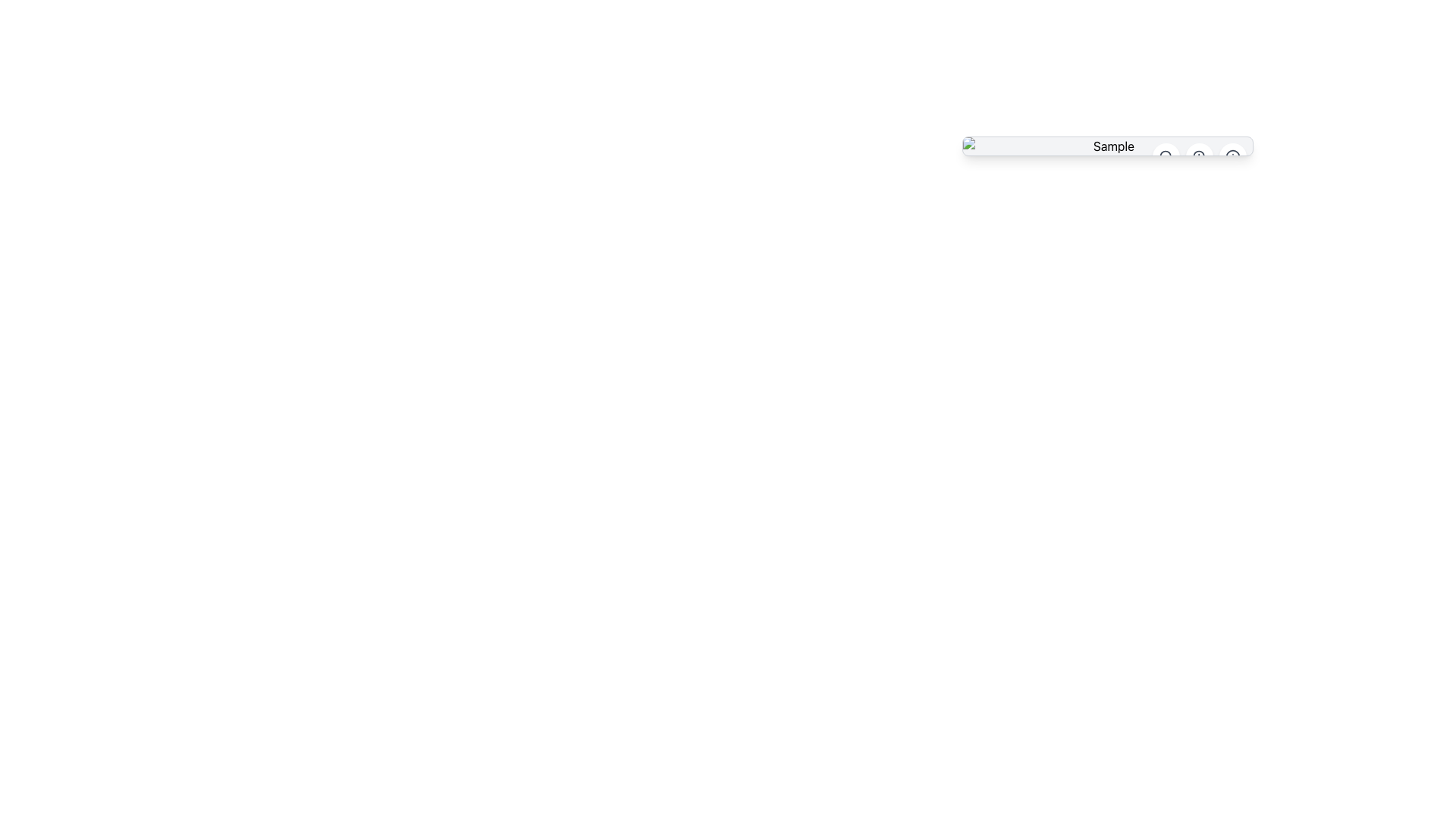 The height and width of the screenshot is (819, 1456). What do you see at coordinates (1233, 157) in the screenshot?
I see `the circular icon with a white background and an inner information symbol ('i') in gray` at bounding box center [1233, 157].